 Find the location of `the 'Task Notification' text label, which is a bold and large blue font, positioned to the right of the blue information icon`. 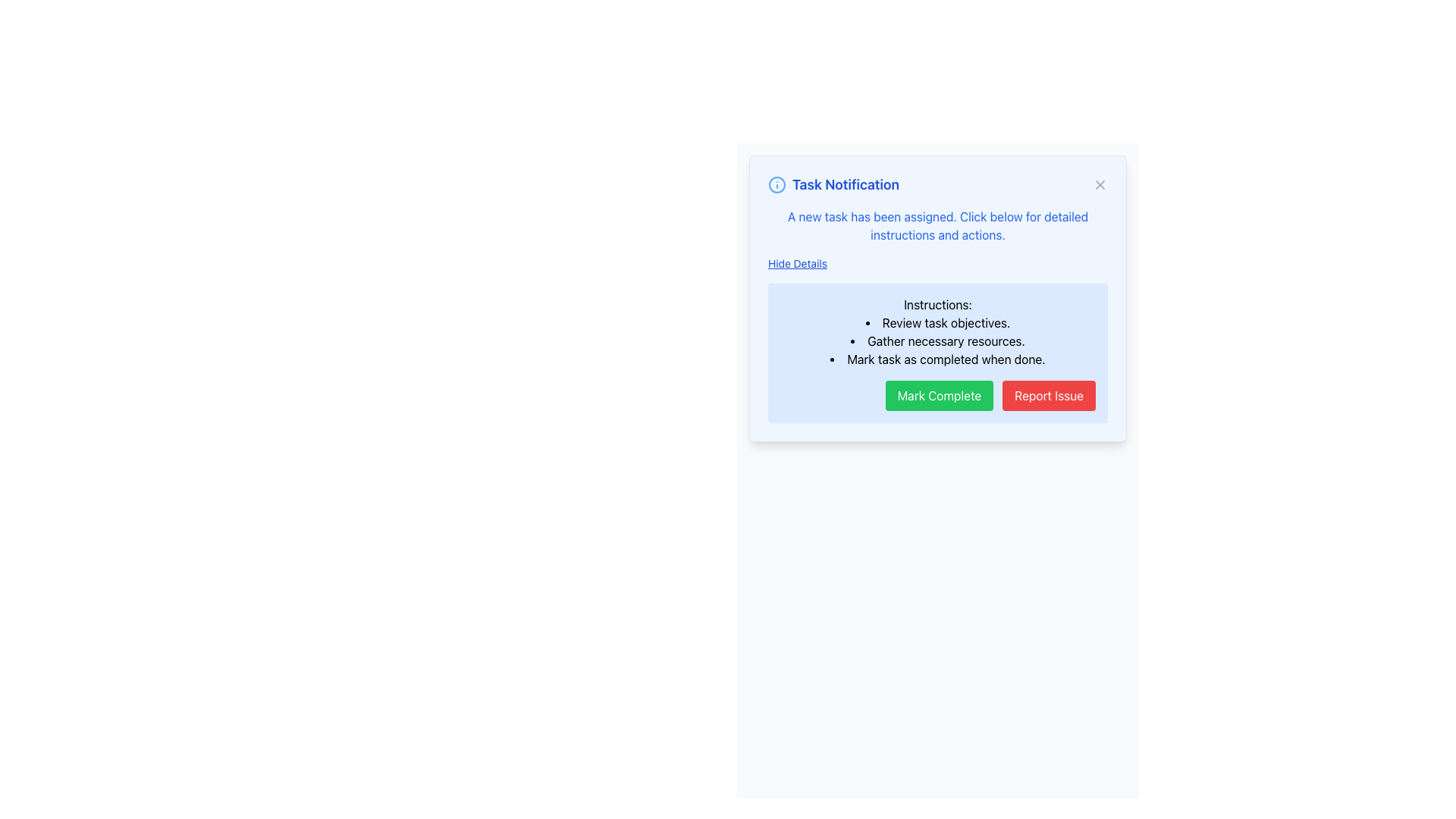

the 'Task Notification' text label, which is a bold and large blue font, positioned to the right of the blue information icon is located at coordinates (845, 184).